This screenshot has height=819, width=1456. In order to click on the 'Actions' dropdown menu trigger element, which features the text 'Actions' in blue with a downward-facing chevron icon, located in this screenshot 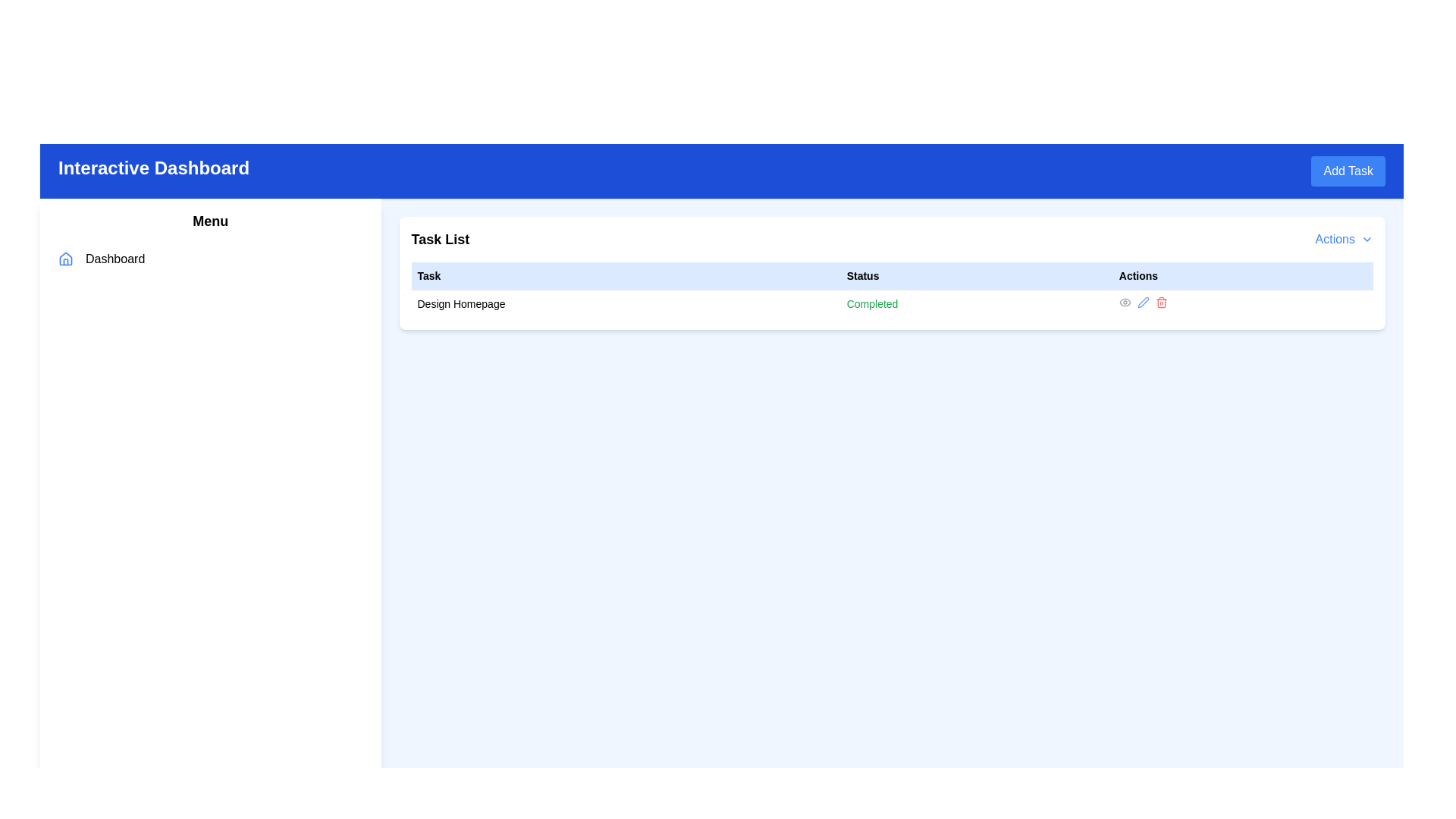, I will do `click(1344, 239)`.